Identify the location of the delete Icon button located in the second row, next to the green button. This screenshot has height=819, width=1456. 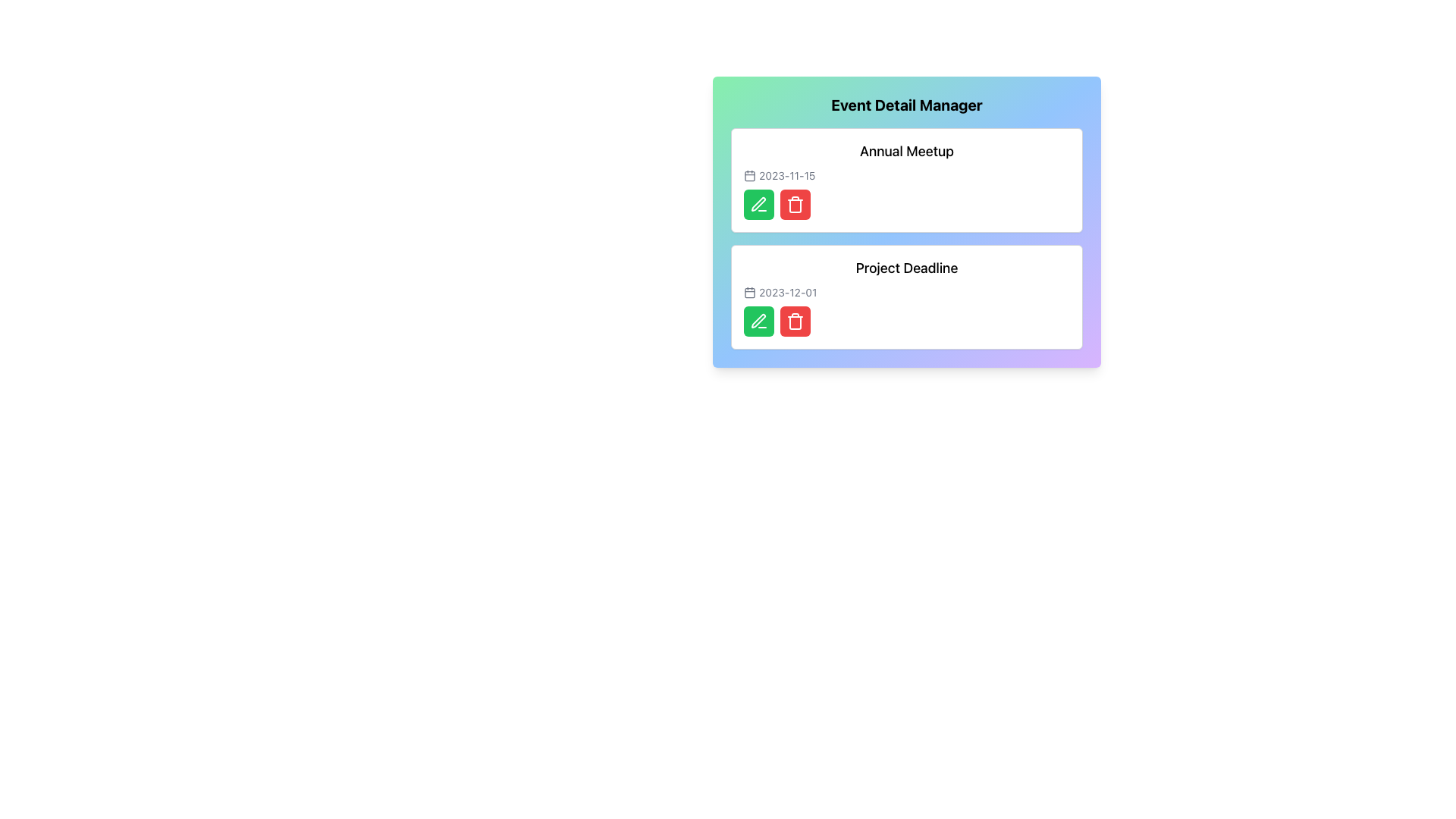
(795, 205).